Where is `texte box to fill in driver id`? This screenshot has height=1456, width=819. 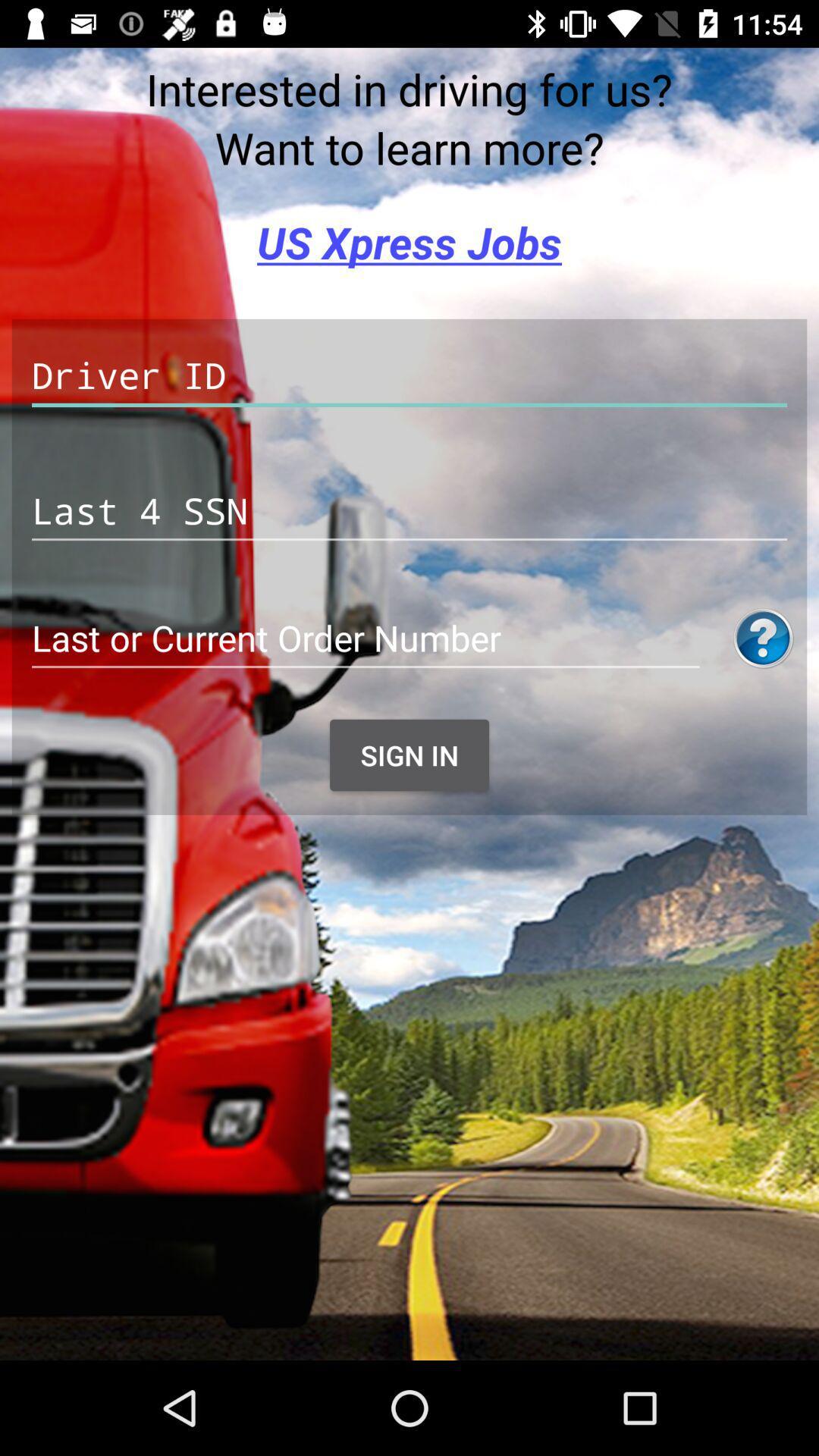
texte box to fill in driver id is located at coordinates (409, 375).